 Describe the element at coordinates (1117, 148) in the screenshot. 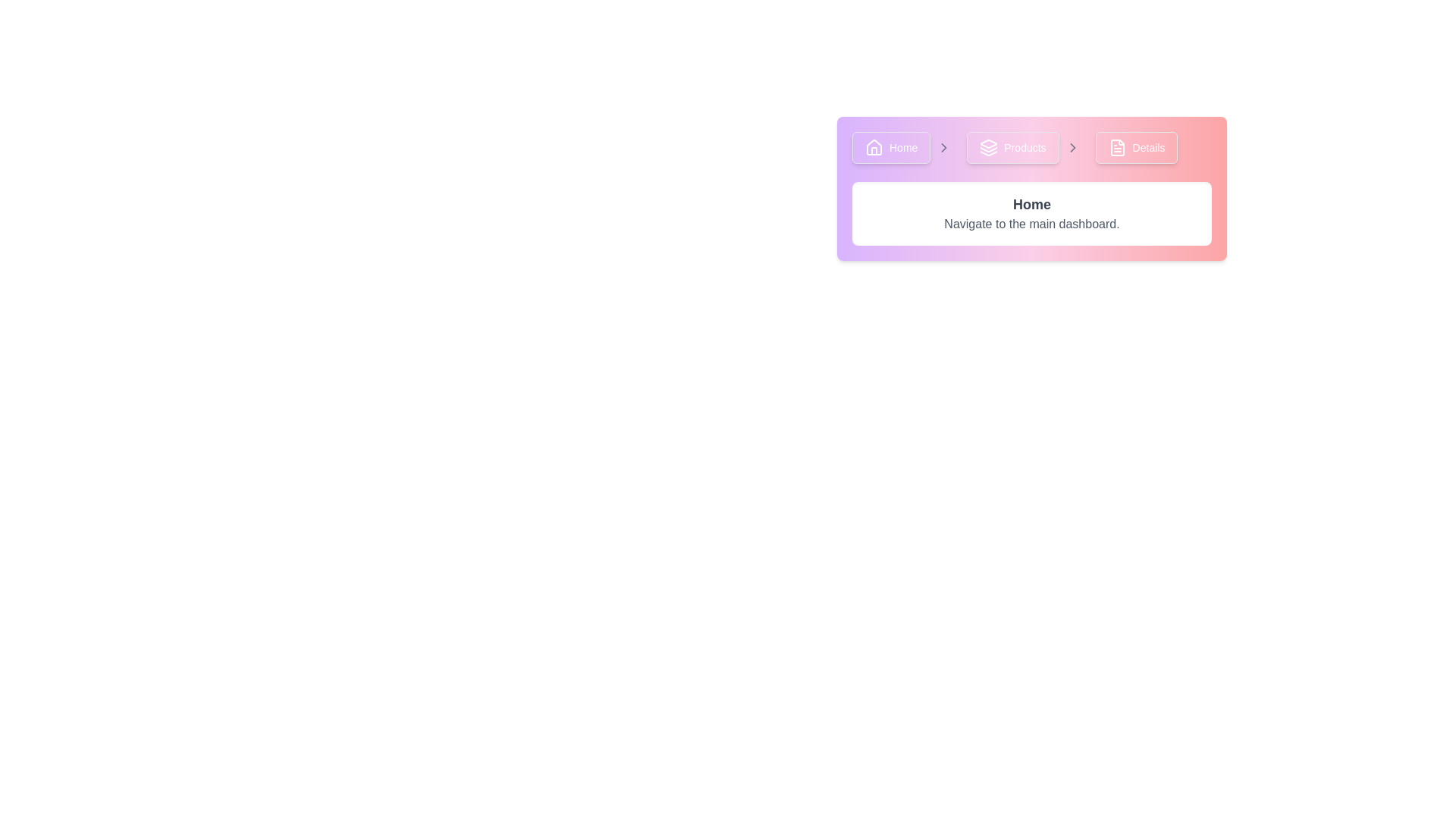

I see `the Graphical Icon that enhances the 'Details' button on the far right of the navigation bar` at that location.